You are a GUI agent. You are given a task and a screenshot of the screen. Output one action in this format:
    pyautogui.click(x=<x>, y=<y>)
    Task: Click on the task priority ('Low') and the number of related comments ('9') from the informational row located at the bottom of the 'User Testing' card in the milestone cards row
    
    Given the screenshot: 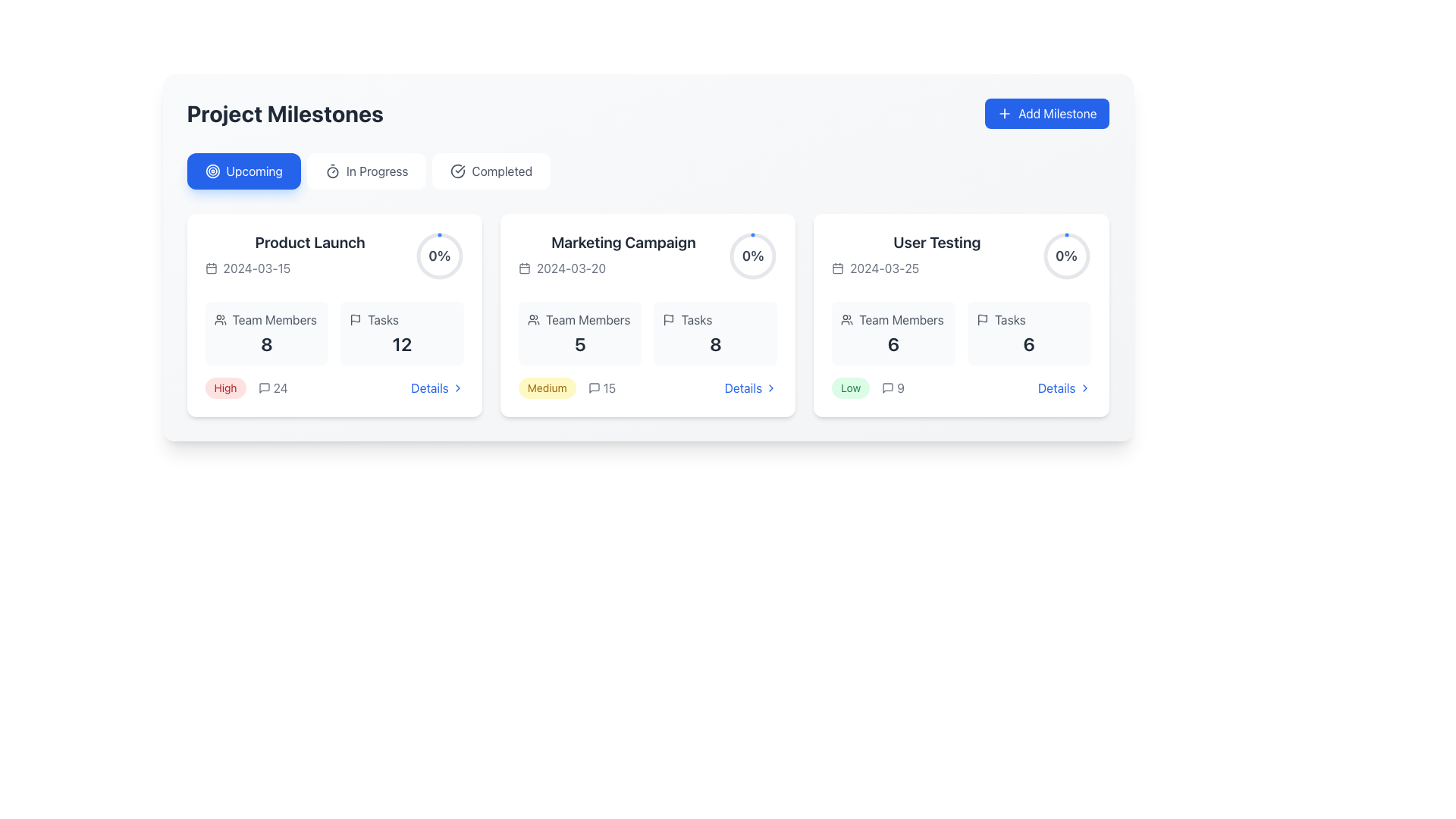 What is the action you would take?
    pyautogui.click(x=960, y=388)
    